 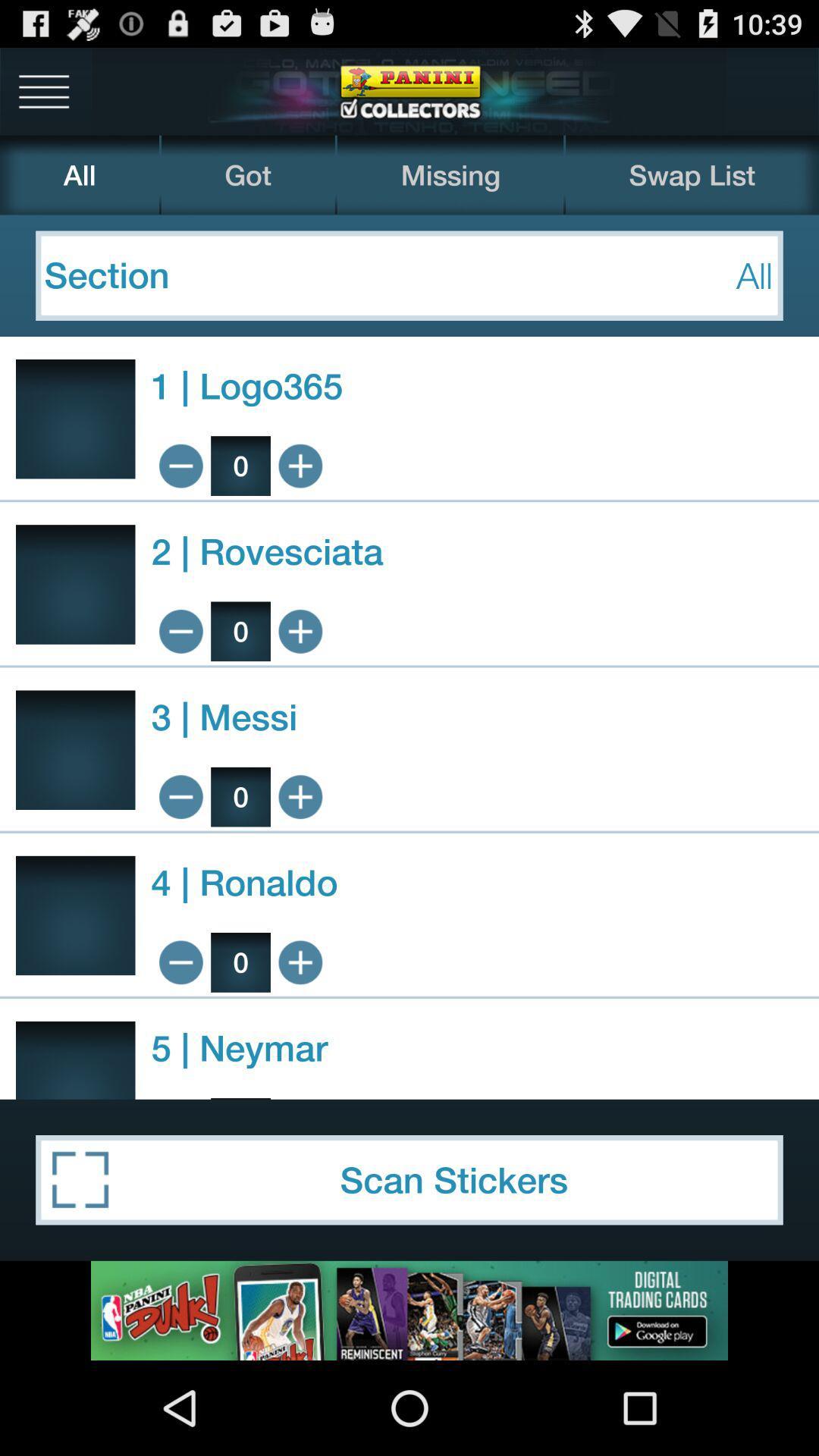 What do you see at coordinates (43, 96) in the screenshot?
I see `the menu icon` at bounding box center [43, 96].